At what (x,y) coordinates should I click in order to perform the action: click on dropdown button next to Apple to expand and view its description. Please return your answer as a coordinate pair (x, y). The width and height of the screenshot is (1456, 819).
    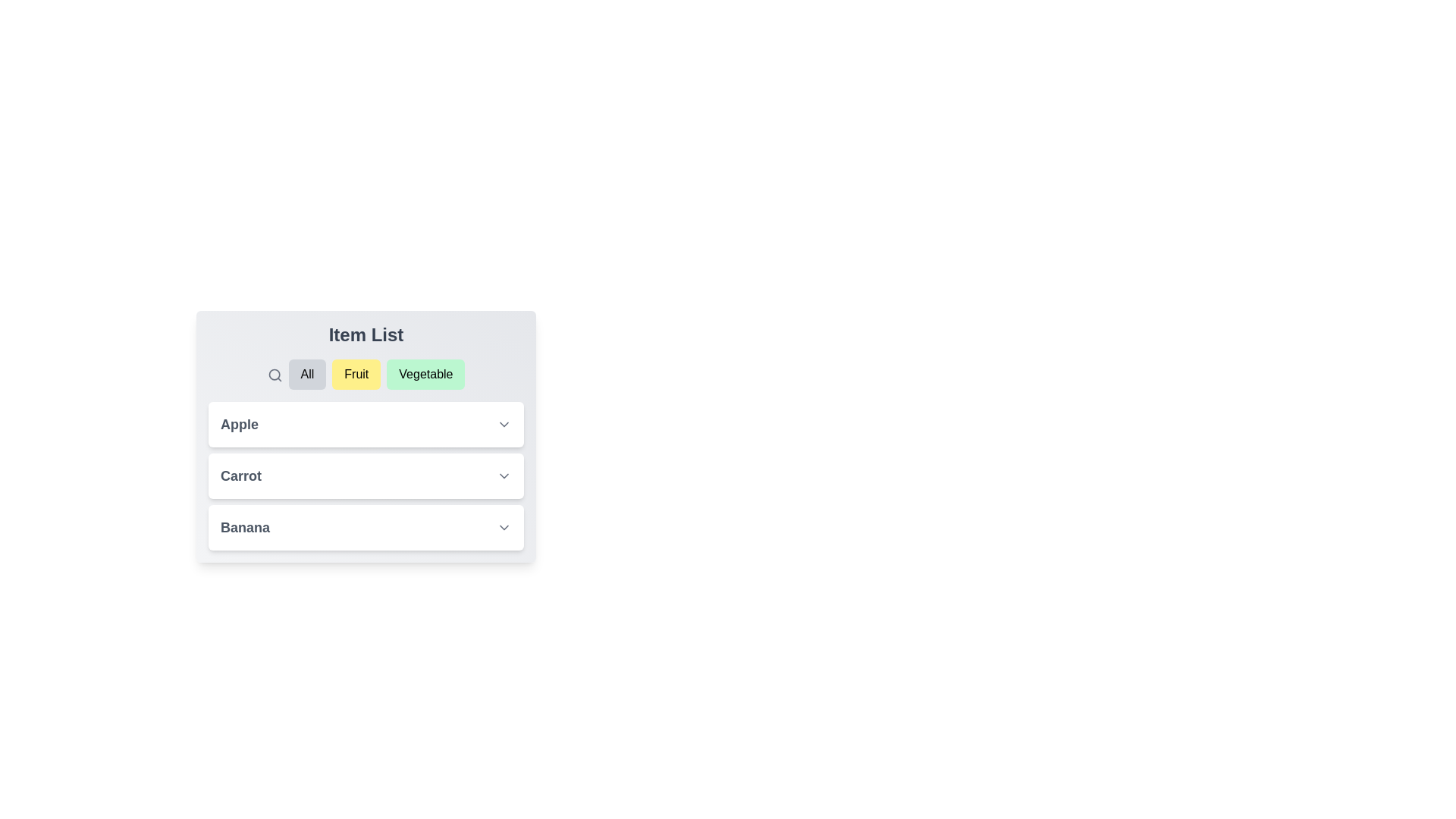
    Looking at the image, I should click on (504, 424).